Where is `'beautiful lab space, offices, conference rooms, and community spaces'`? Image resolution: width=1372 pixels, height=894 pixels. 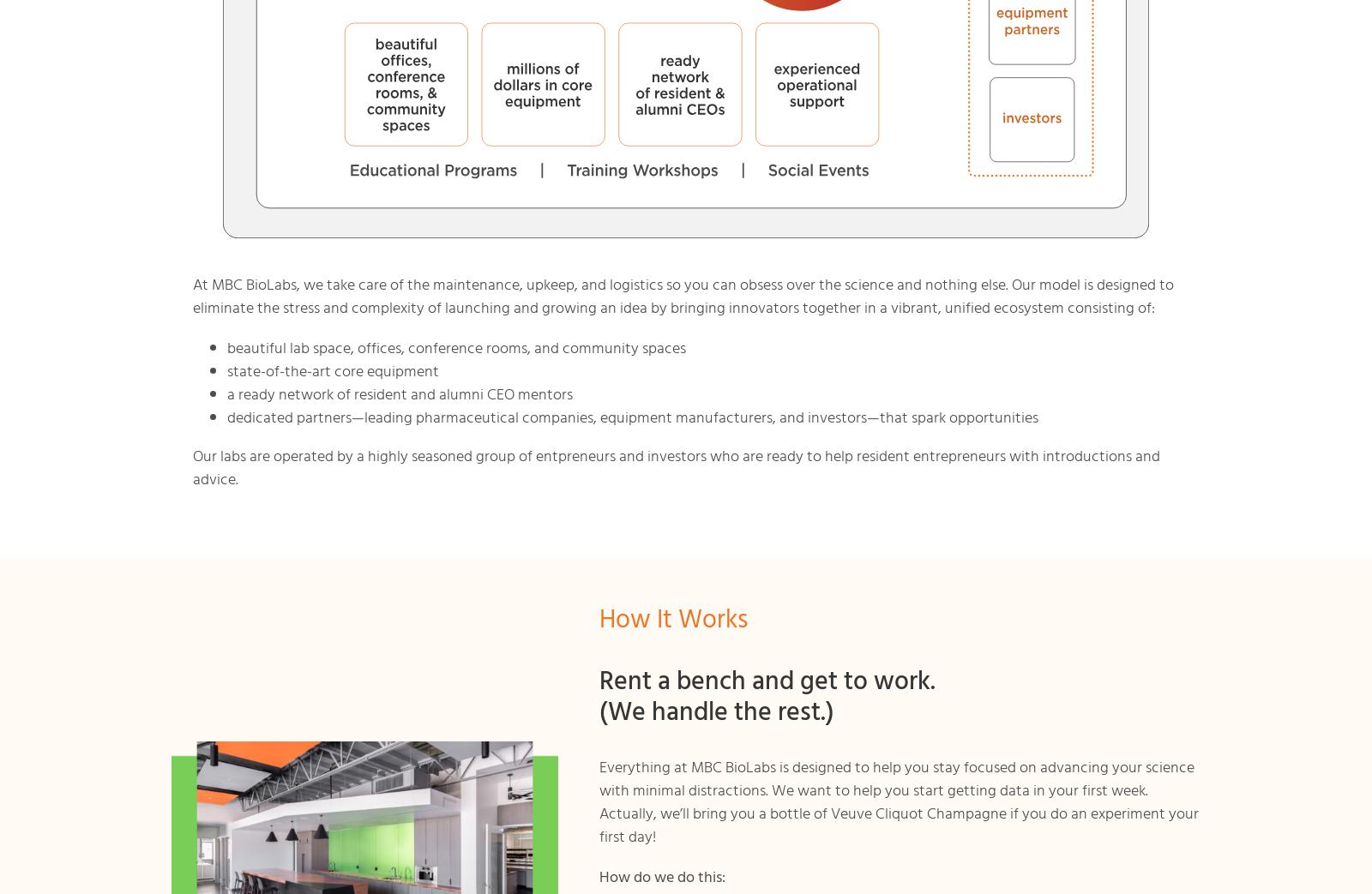 'beautiful lab space, offices, conference rooms, and community spaces' is located at coordinates (226, 347).